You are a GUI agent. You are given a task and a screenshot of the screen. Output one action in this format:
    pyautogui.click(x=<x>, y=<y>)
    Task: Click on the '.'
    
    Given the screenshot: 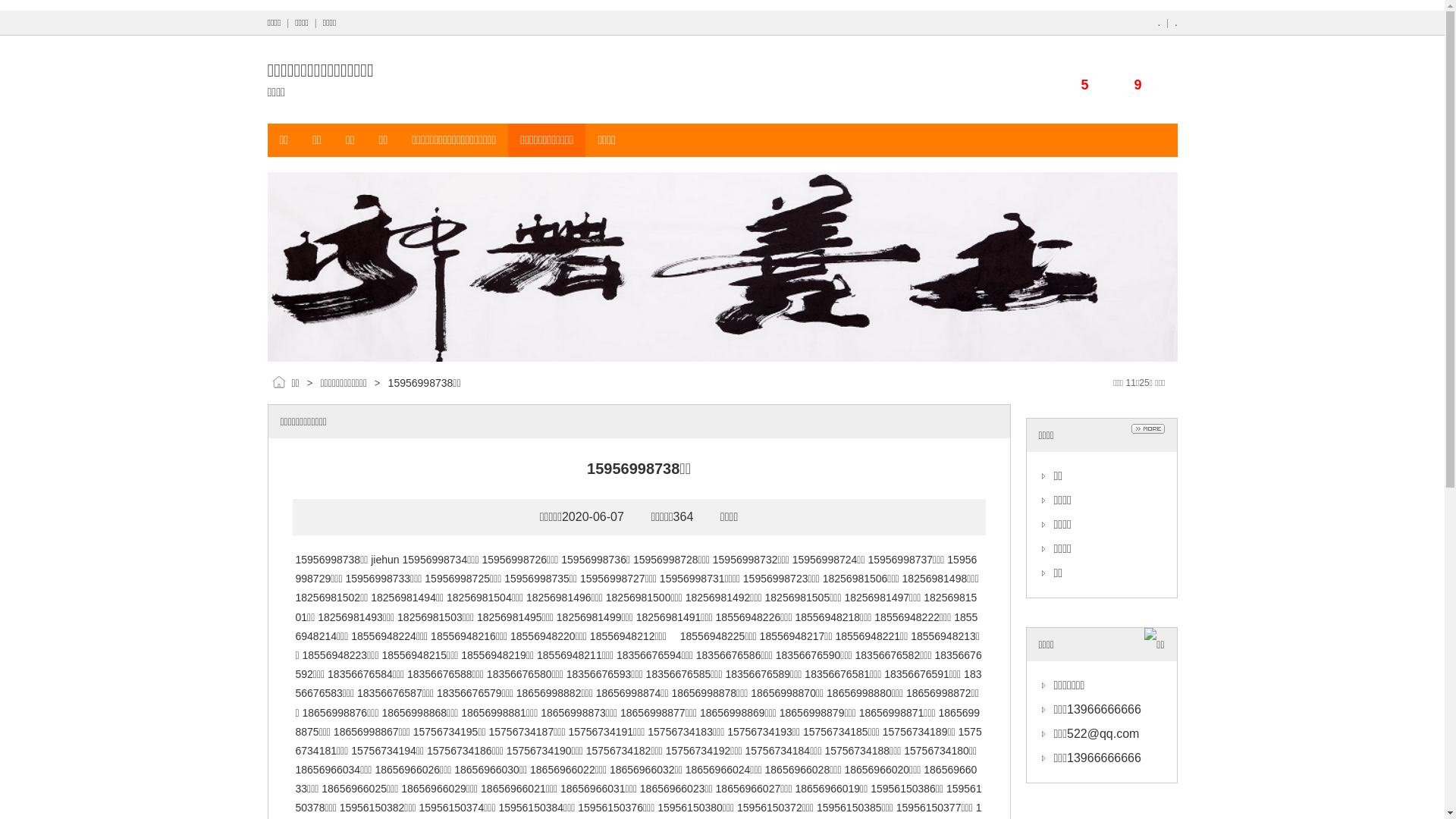 What is the action you would take?
    pyautogui.click(x=1158, y=23)
    